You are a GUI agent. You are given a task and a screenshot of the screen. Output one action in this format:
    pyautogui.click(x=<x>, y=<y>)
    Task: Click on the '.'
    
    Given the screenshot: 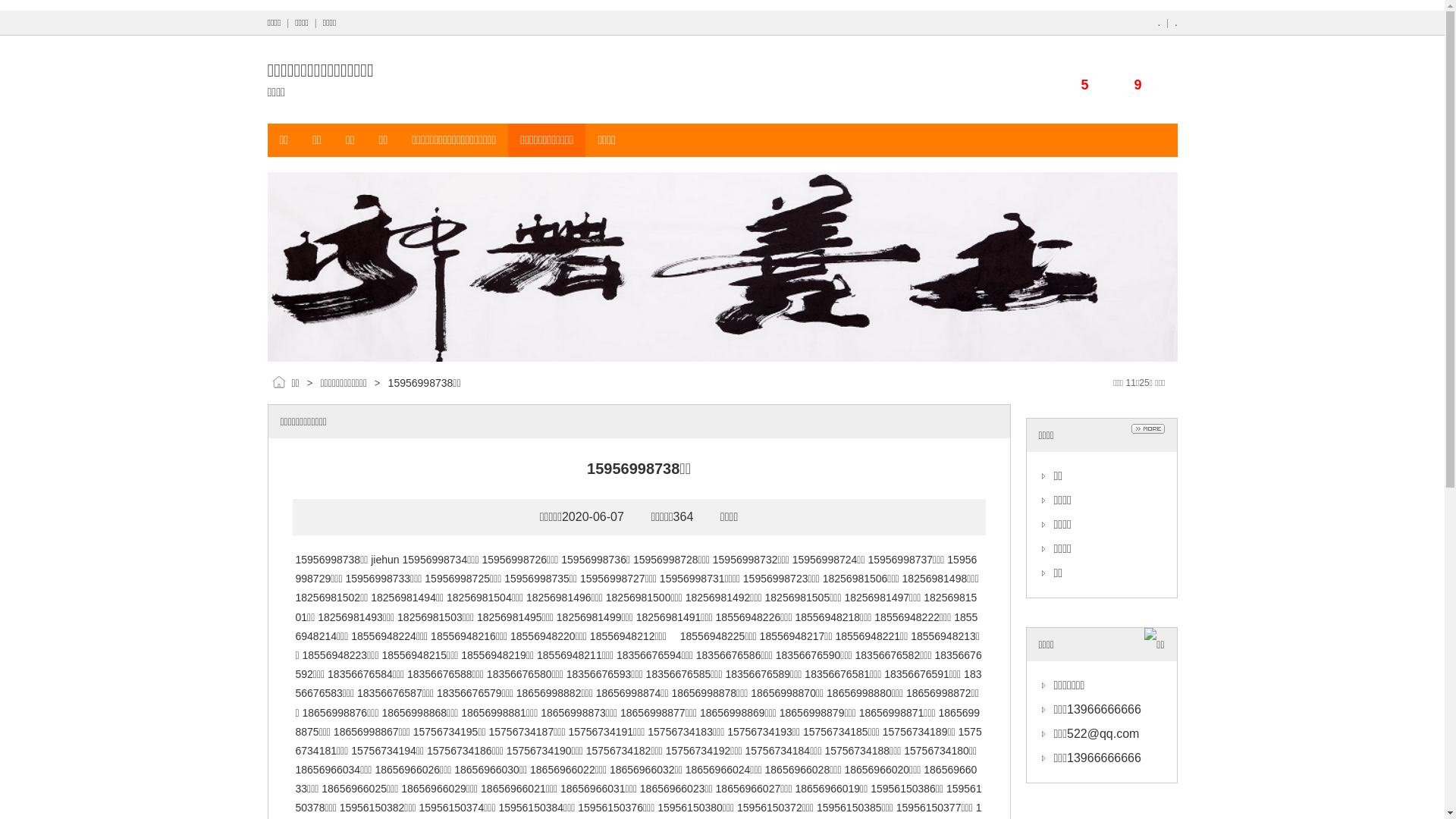 What is the action you would take?
    pyautogui.click(x=1158, y=23)
    